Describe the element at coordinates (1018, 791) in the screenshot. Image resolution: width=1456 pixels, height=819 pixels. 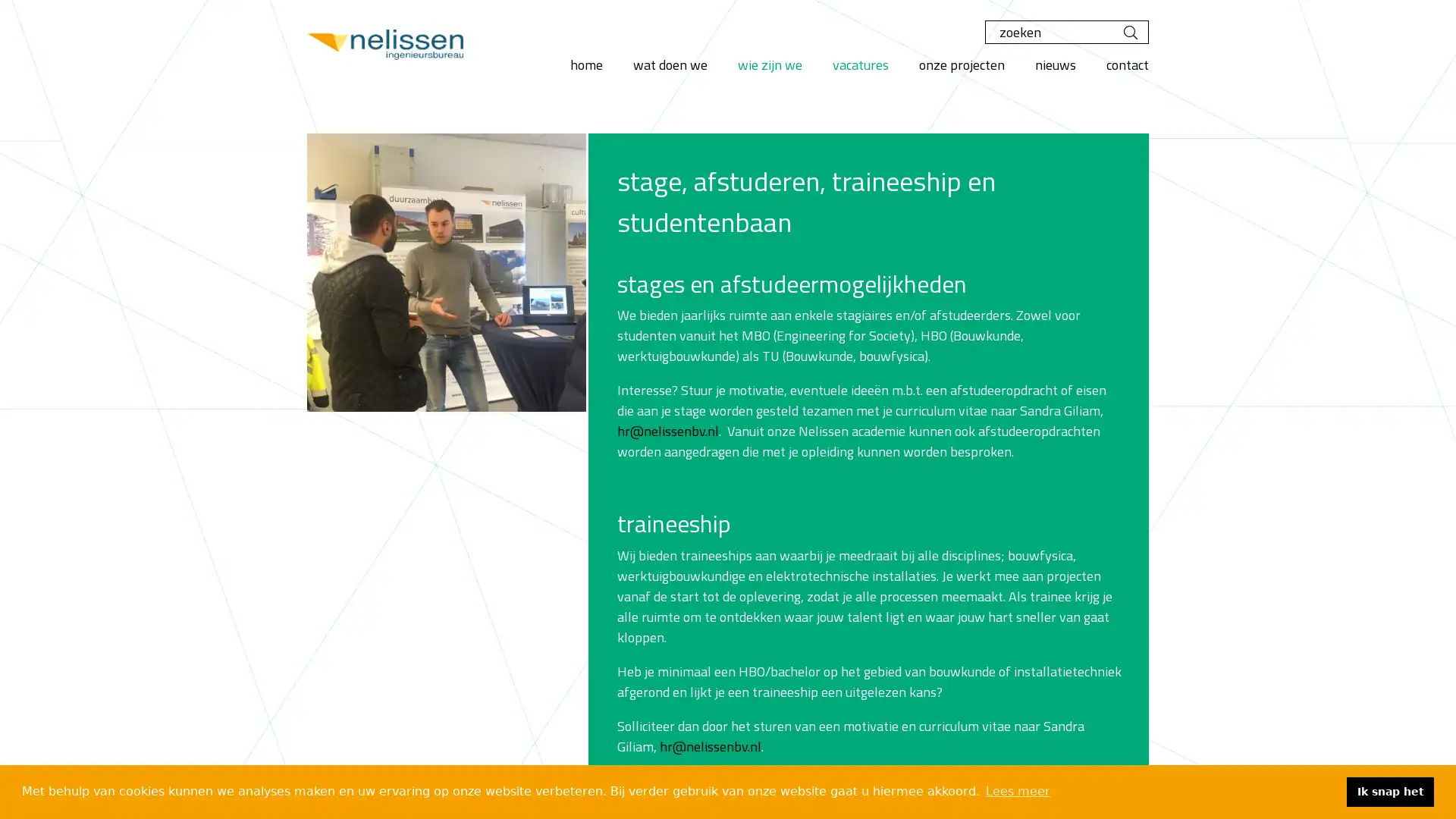
I see `learn more about cookies` at that location.